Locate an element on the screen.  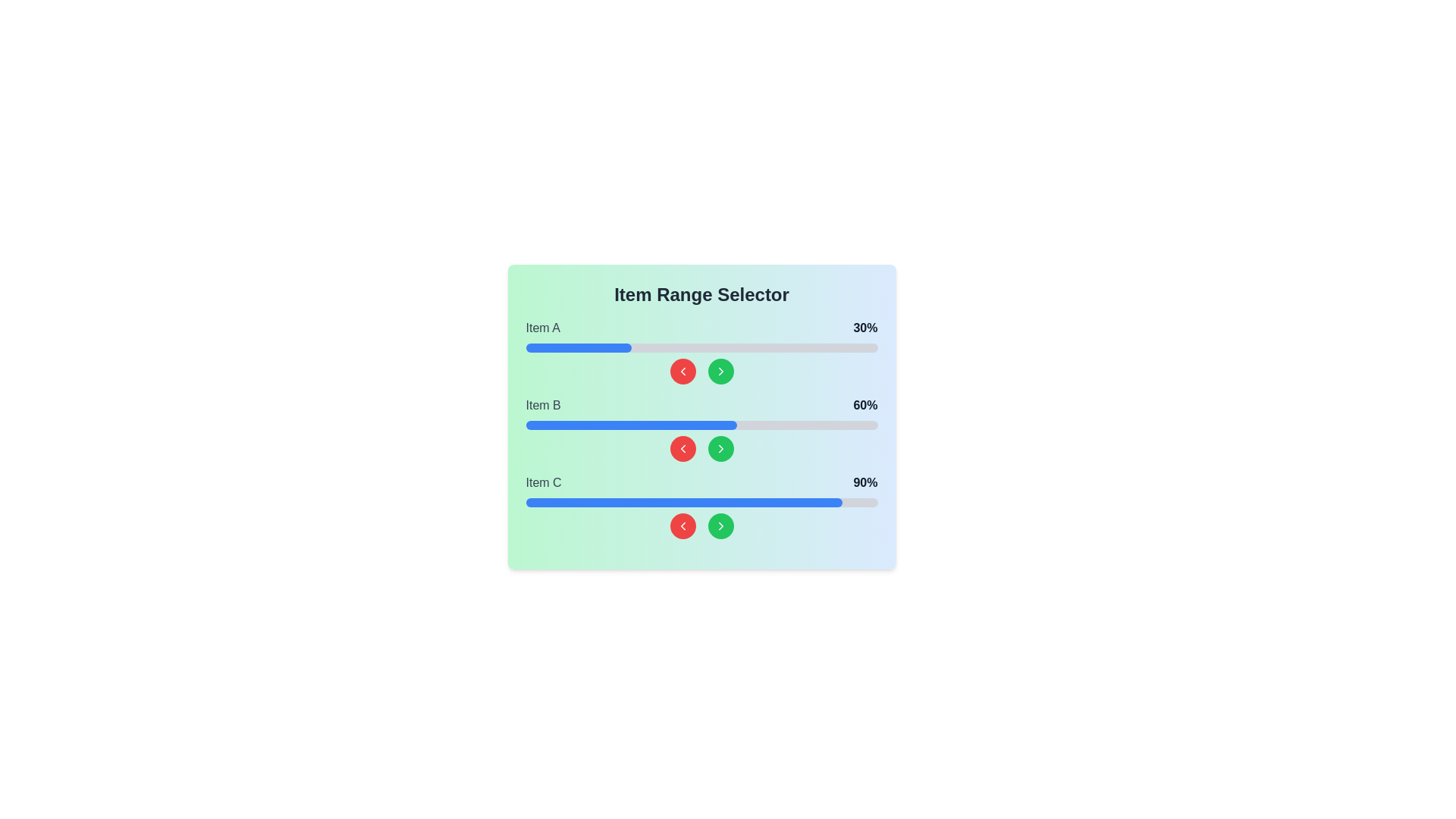
the value of Item C slider is located at coordinates (532, 503).